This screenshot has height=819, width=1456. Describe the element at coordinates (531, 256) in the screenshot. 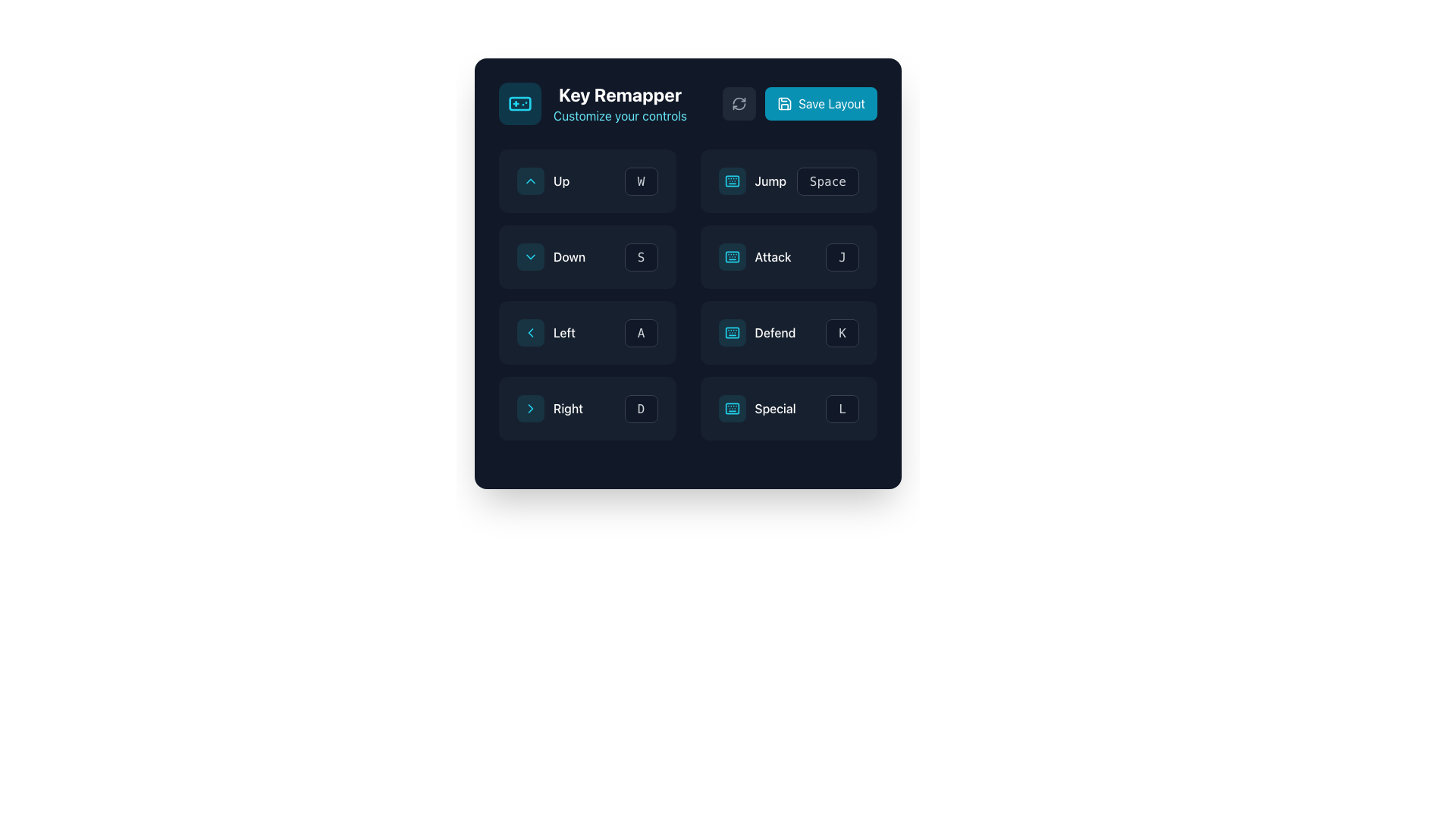

I see `the chevron icon in the cyan rectangular button labeled 'Down'` at that location.